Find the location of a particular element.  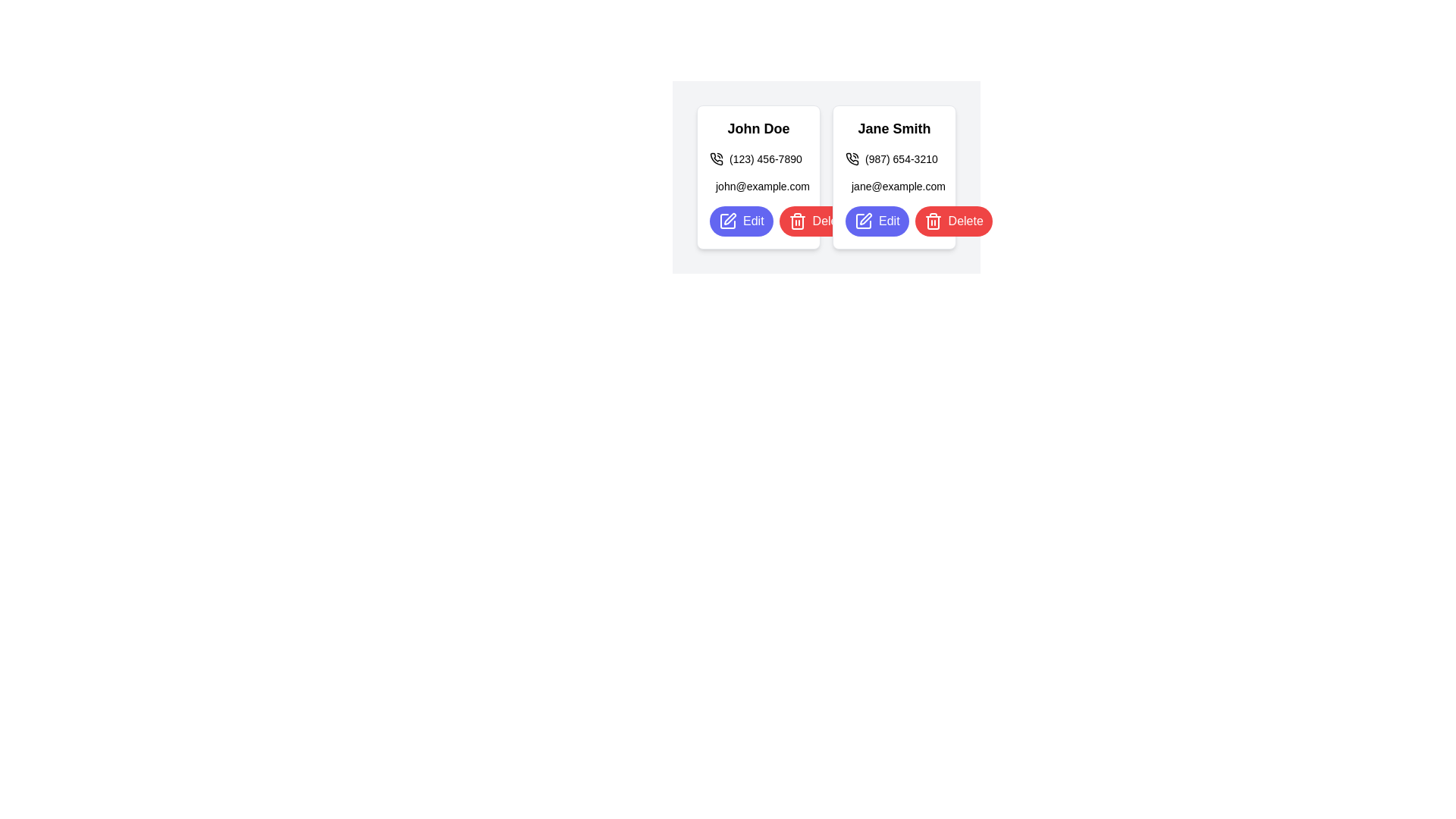

the 'Edit' button located at the bottom-left corner of the card displaying 'John Doe' information for further interaction is located at coordinates (758, 221).